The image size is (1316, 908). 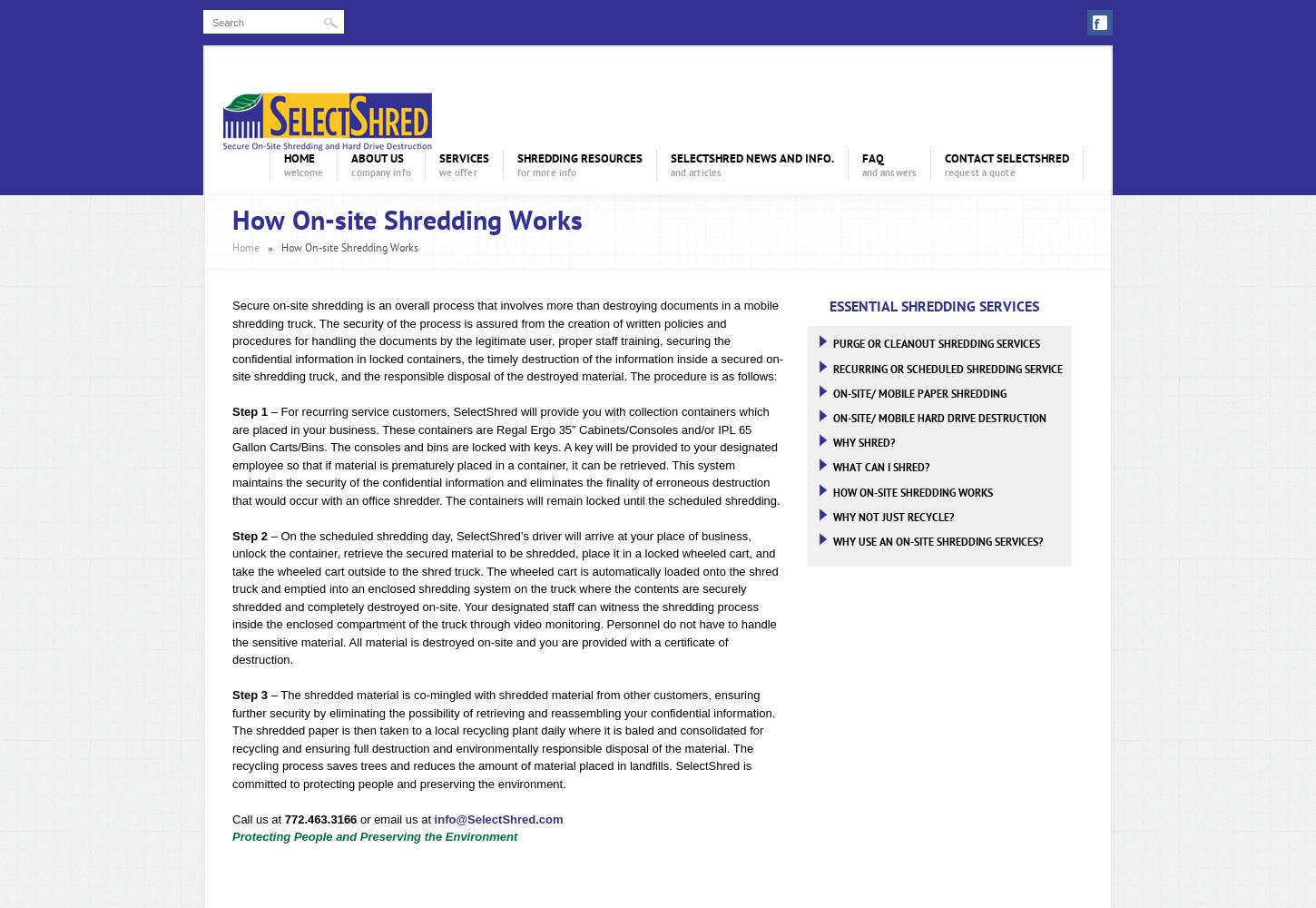 I want to click on 'Recurring or Scheduled Shredding Service', so click(x=830, y=369).